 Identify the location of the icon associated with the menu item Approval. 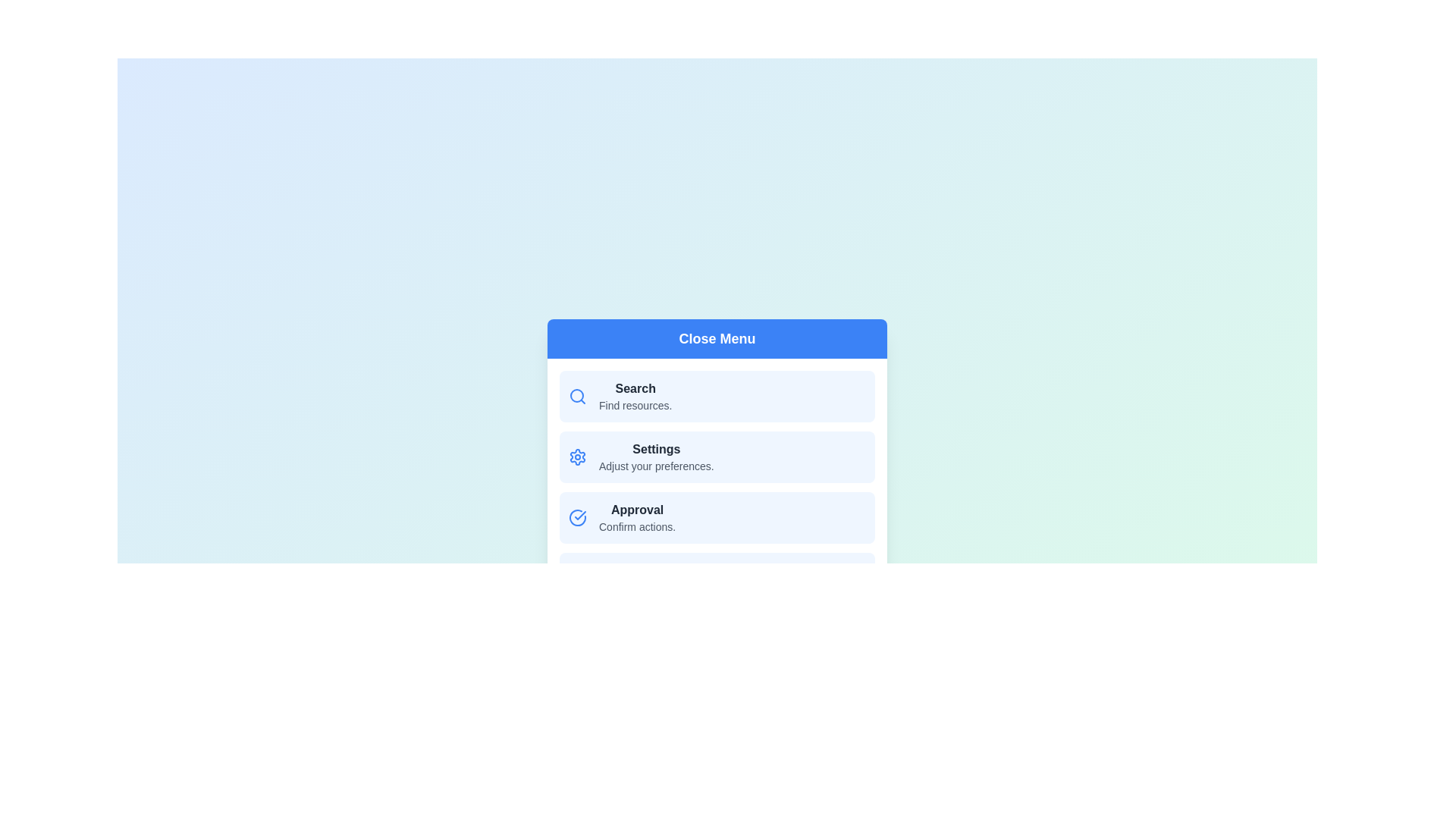
(577, 516).